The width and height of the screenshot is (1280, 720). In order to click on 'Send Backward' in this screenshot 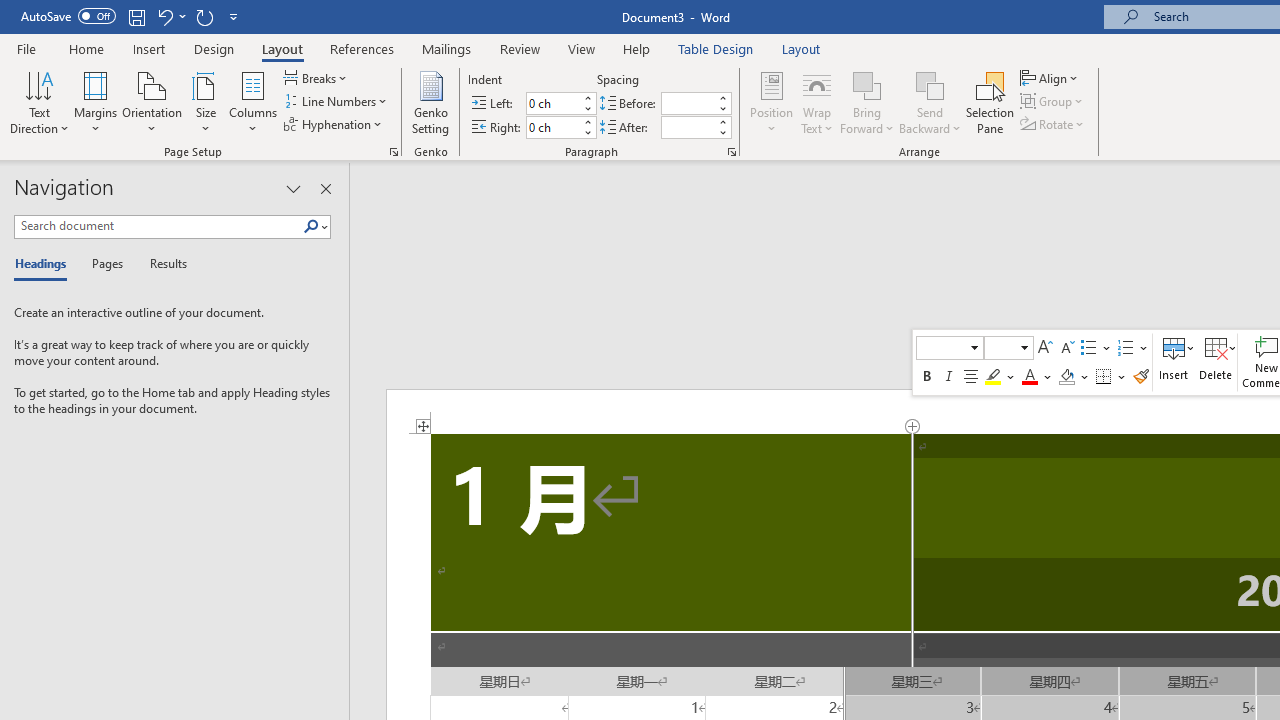, I will do `click(929, 84)`.